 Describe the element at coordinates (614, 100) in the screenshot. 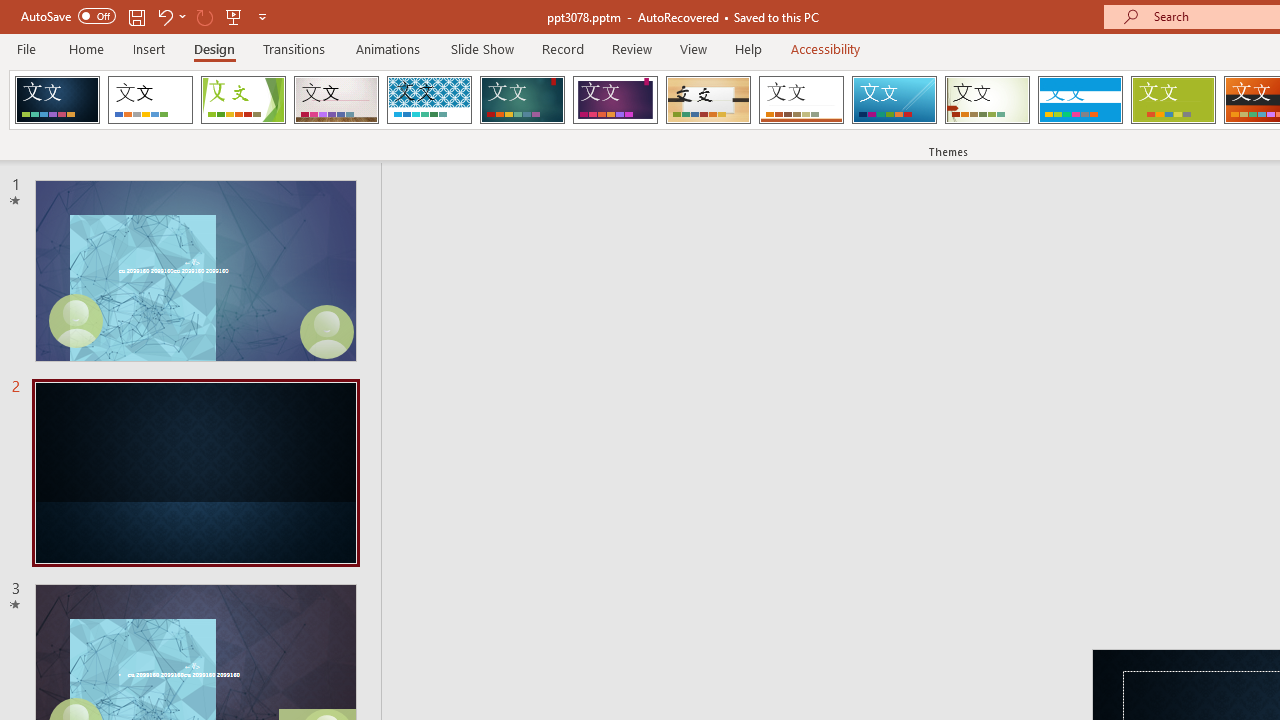

I see `'Ion Boardroom'` at that location.